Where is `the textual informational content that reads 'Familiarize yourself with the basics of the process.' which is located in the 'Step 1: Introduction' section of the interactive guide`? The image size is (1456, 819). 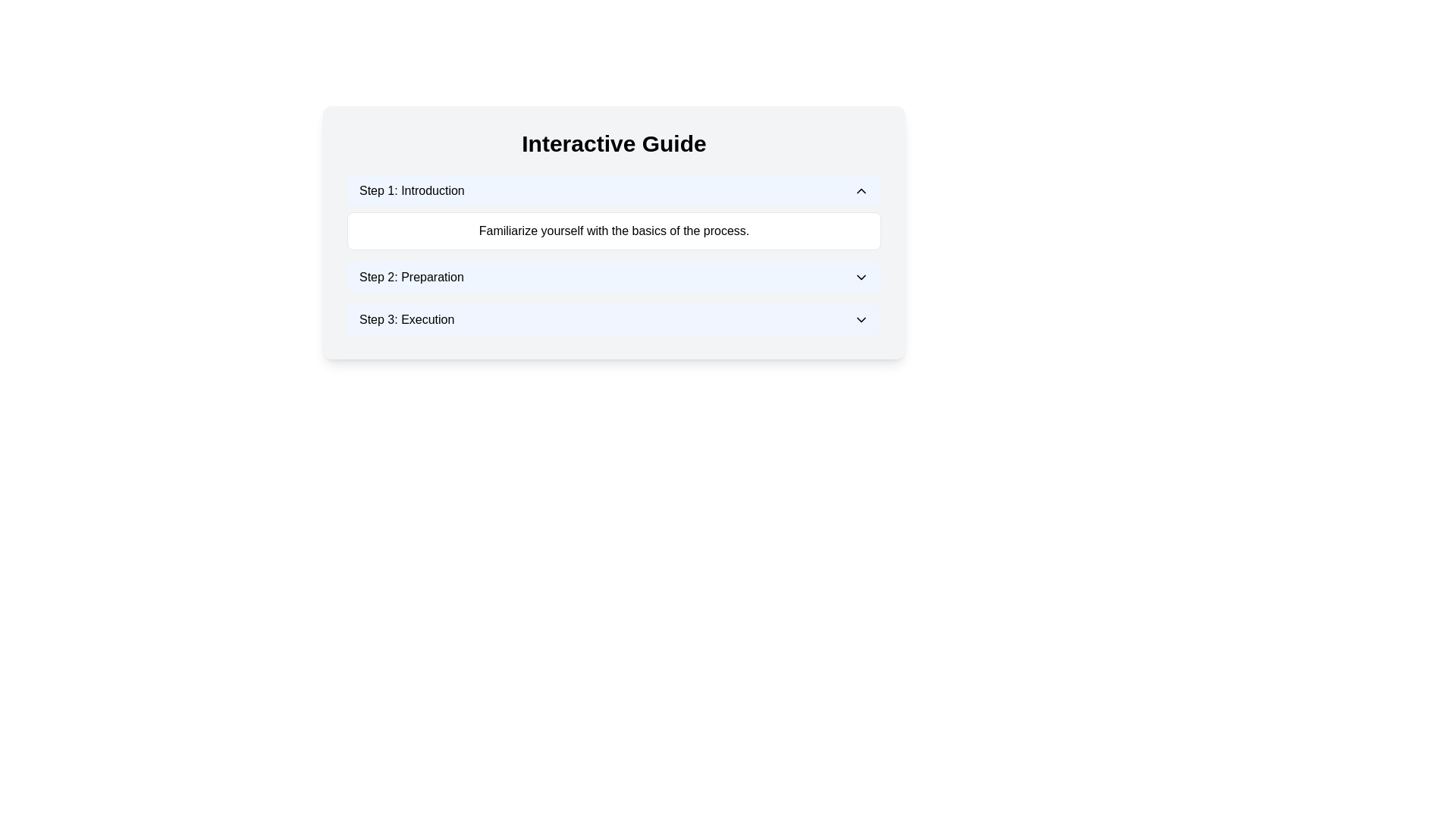 the textual informational content that reads 'Familiarize yourself with the basics of the process.' which is located in the 'Step 1: Introduction' section of the interactive guide is located at coordinates (614, 231).